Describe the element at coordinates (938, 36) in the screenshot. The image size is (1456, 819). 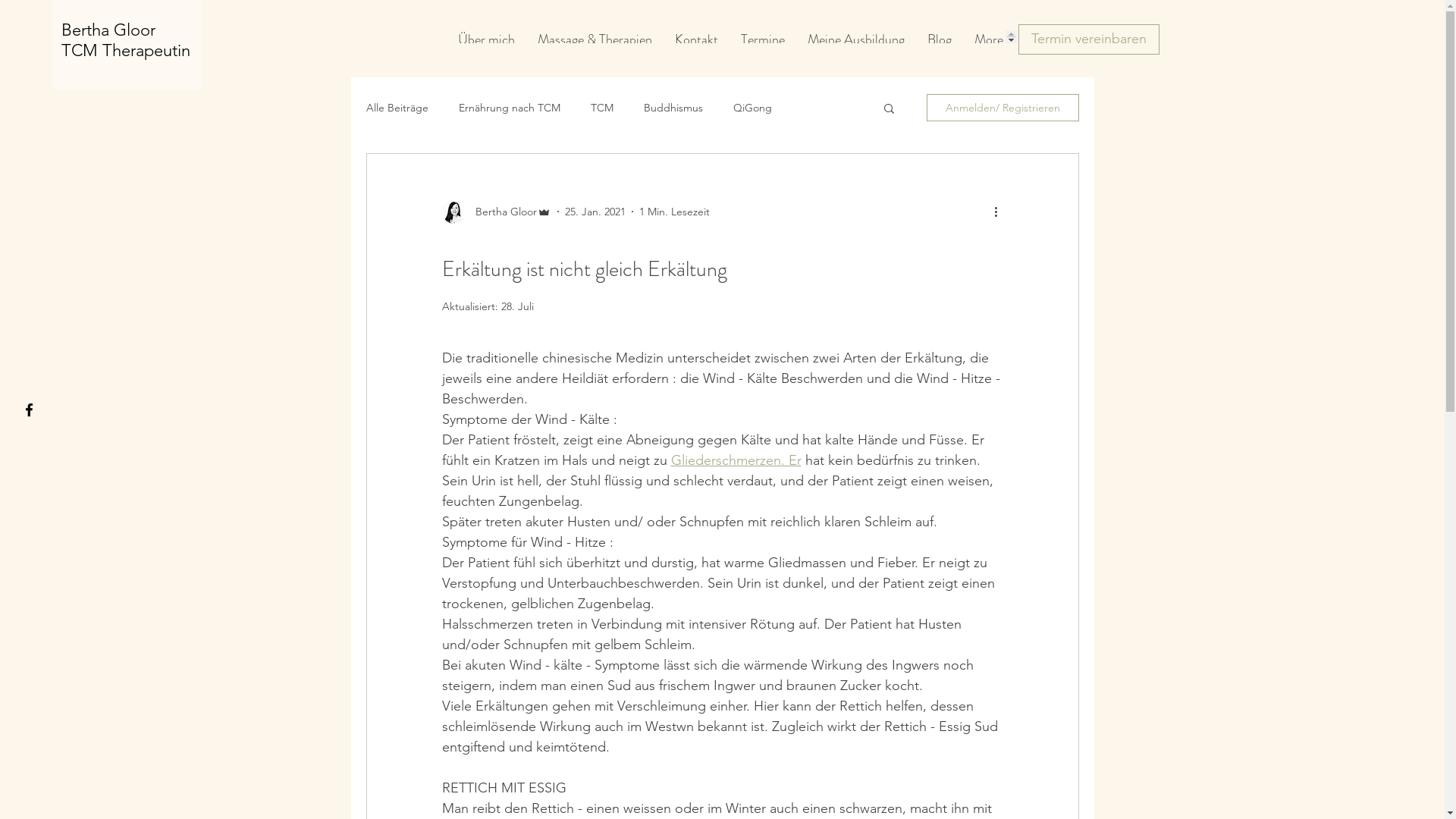
I see `'Blog'` at that location.